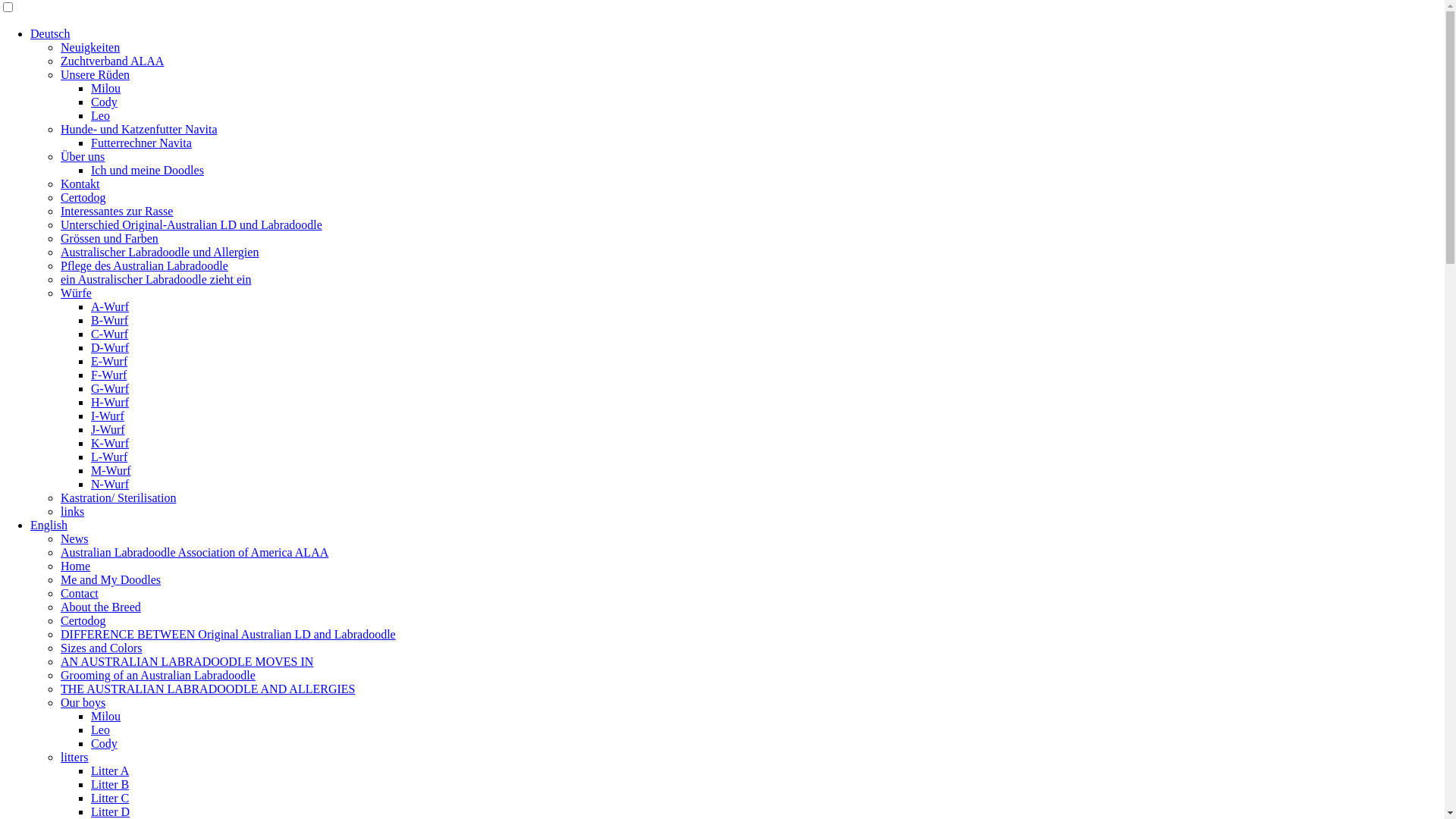 This screenshot has width=1456, height=819. What do you see at coordinates (115, 211) in the screenshot?
I see `'Interessantes zur Rasse'` at bounding box center [115, 211].